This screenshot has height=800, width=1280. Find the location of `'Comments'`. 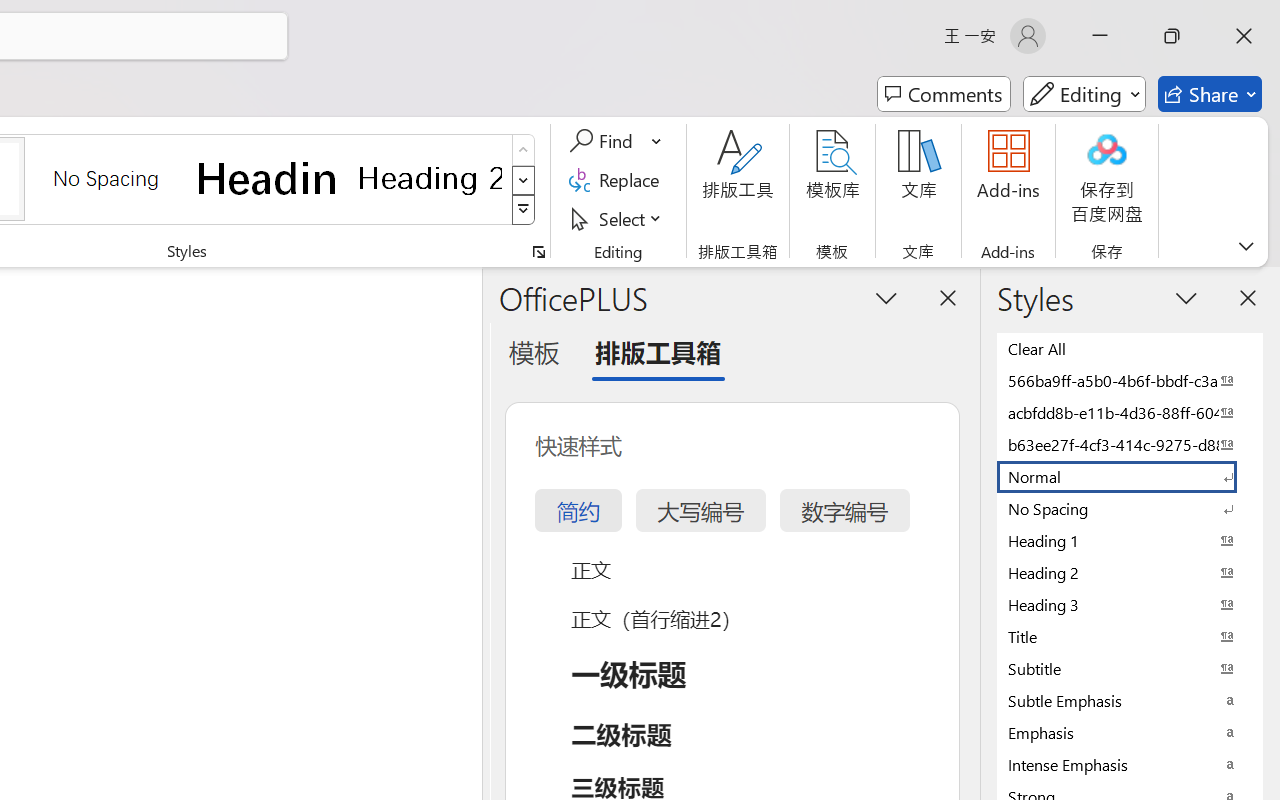

'Comments' is located at coordinates (943, 94).